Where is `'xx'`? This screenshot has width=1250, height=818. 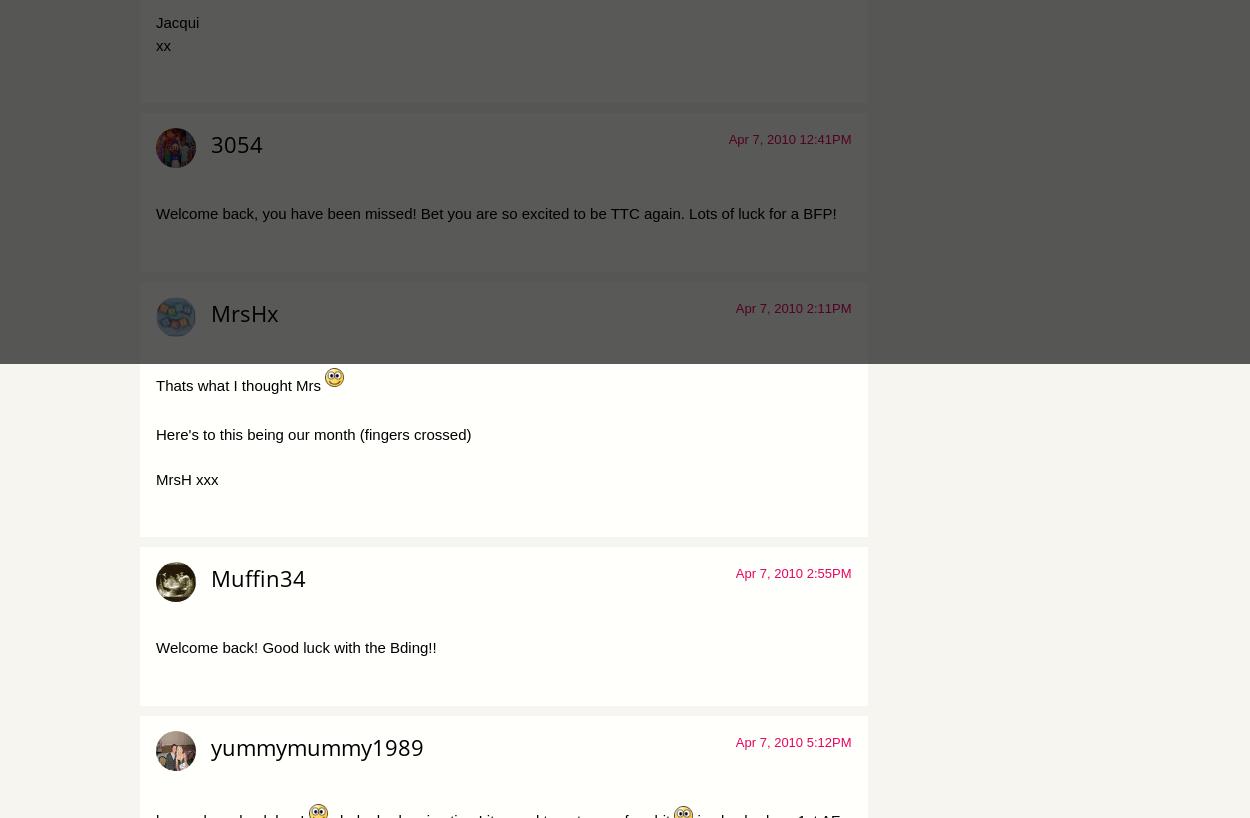
'xx' is located at coordinates (163, 43).